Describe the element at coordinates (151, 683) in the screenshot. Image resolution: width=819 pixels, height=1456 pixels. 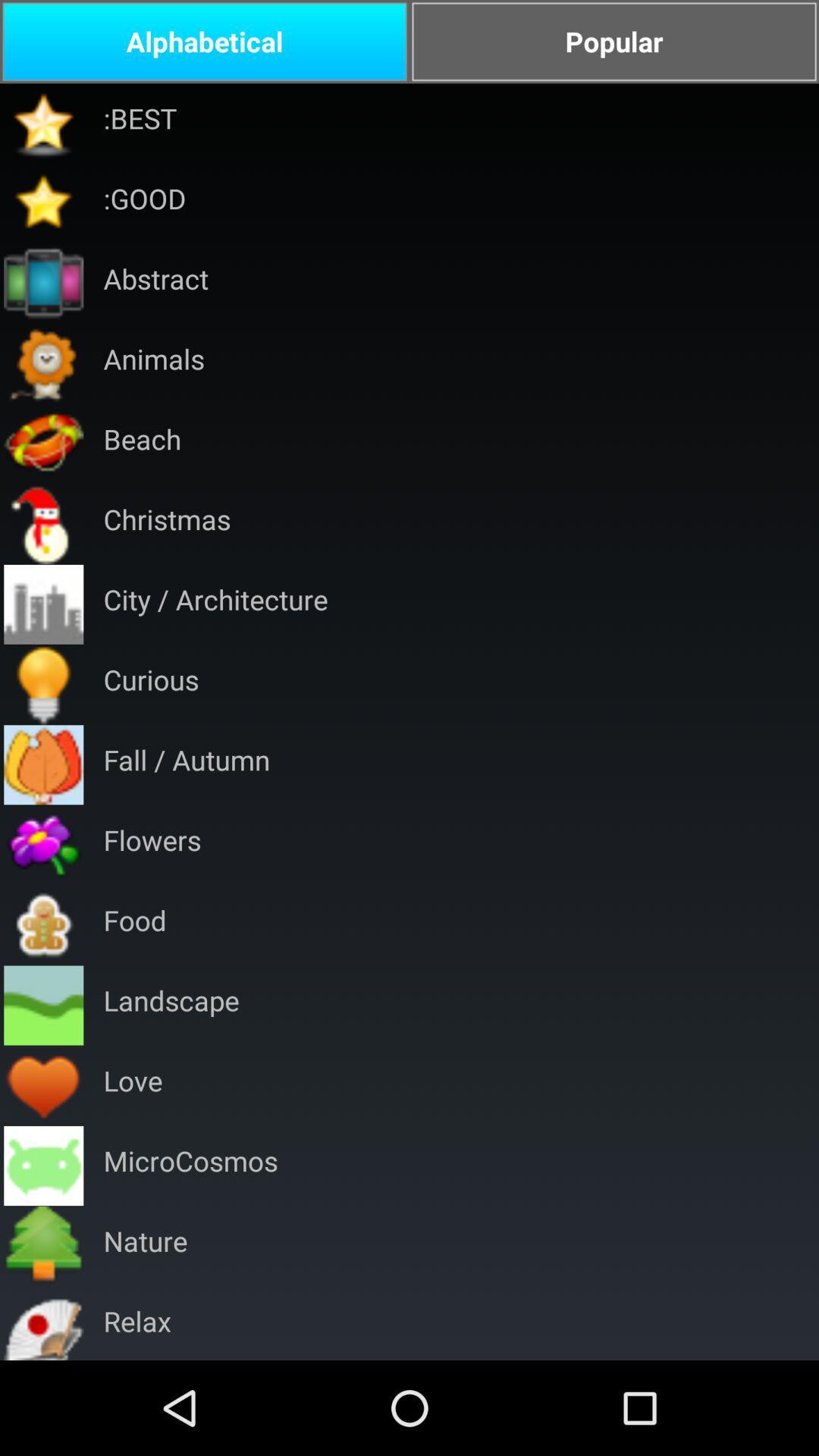
I see `the curious icon` at that location.